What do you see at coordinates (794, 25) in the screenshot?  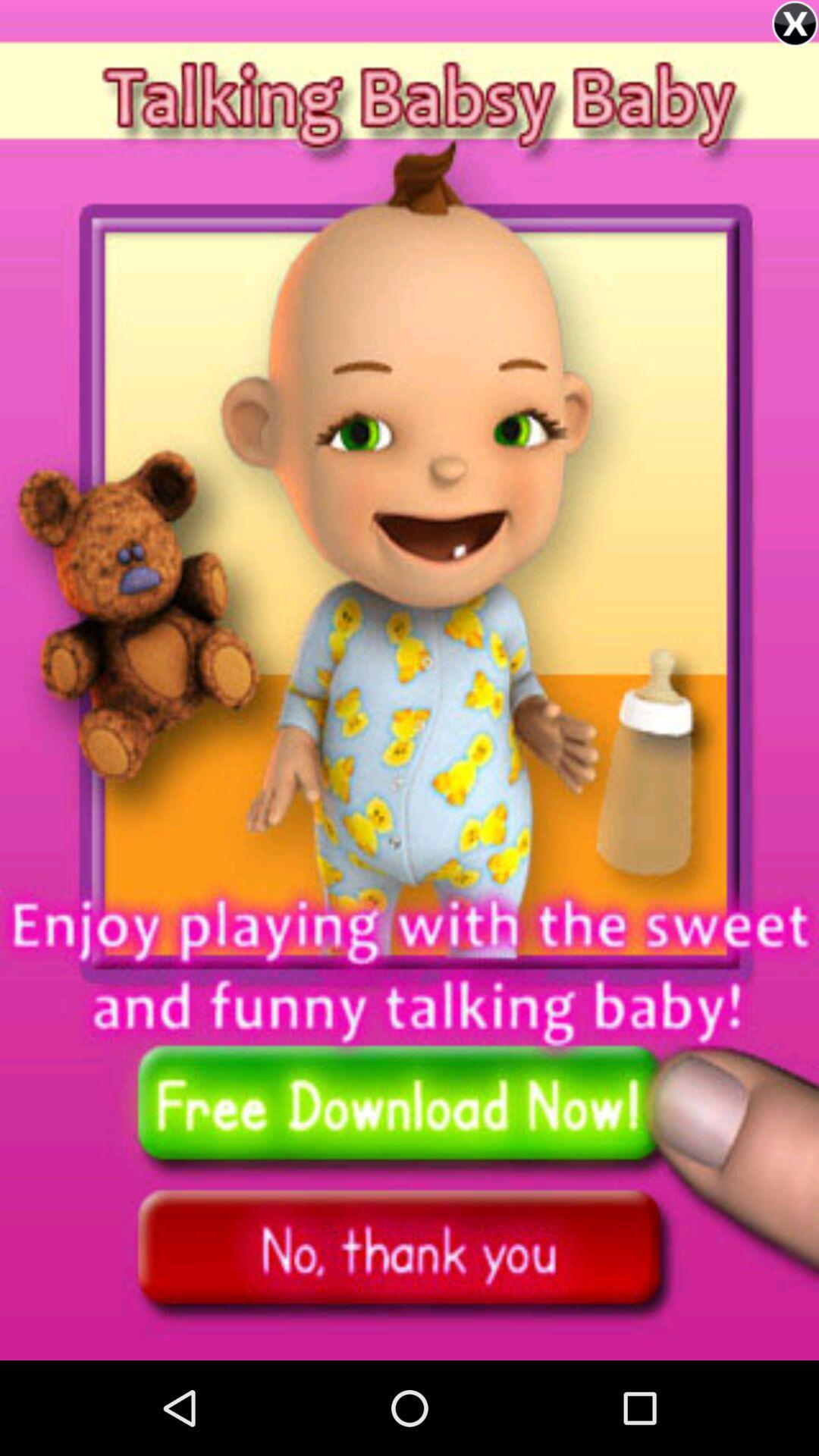 I see `the close icon` at bounding box center [794, 25].